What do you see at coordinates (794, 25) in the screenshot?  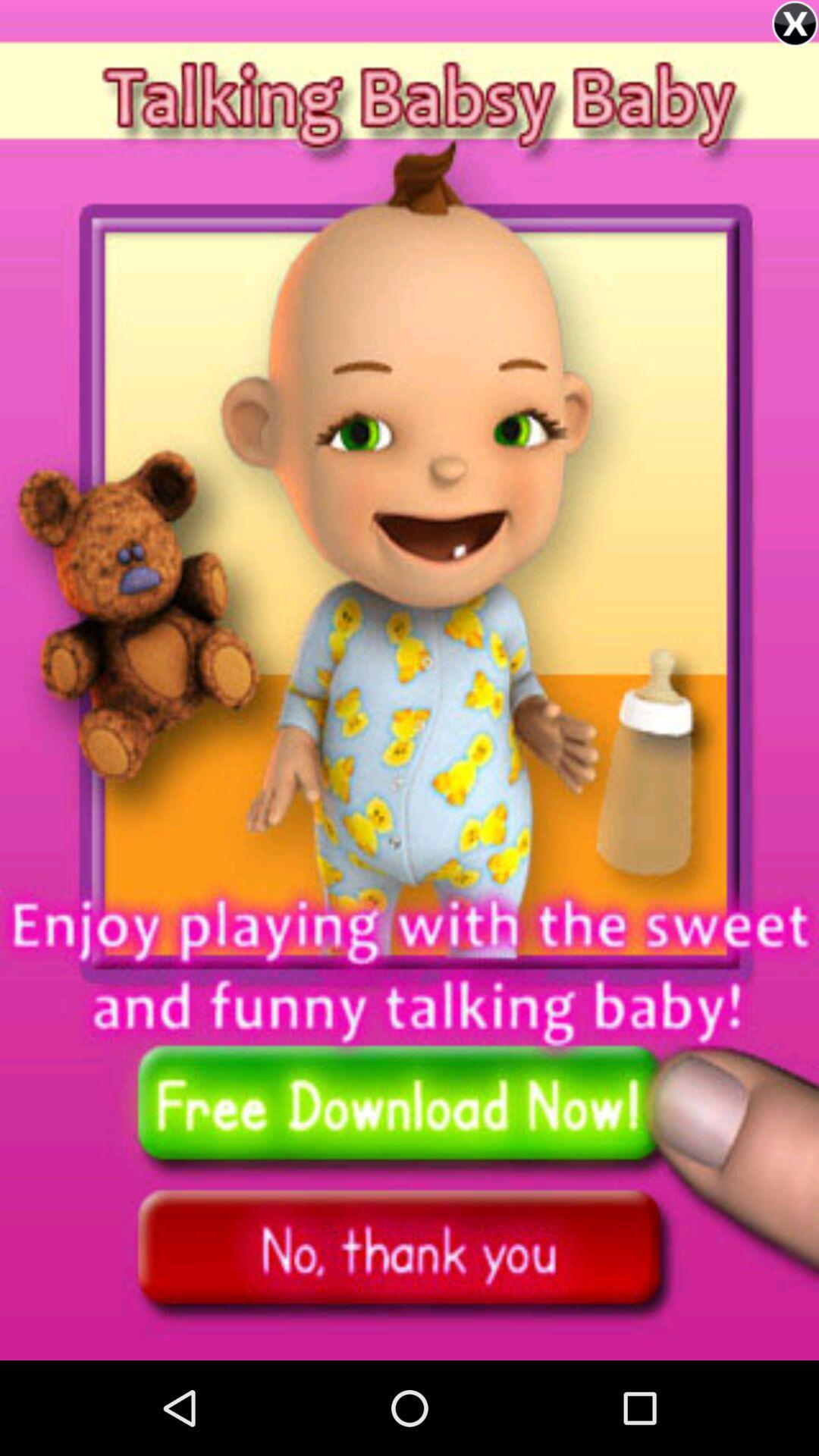 I see `the close icon` at bounding box center [794, 25].